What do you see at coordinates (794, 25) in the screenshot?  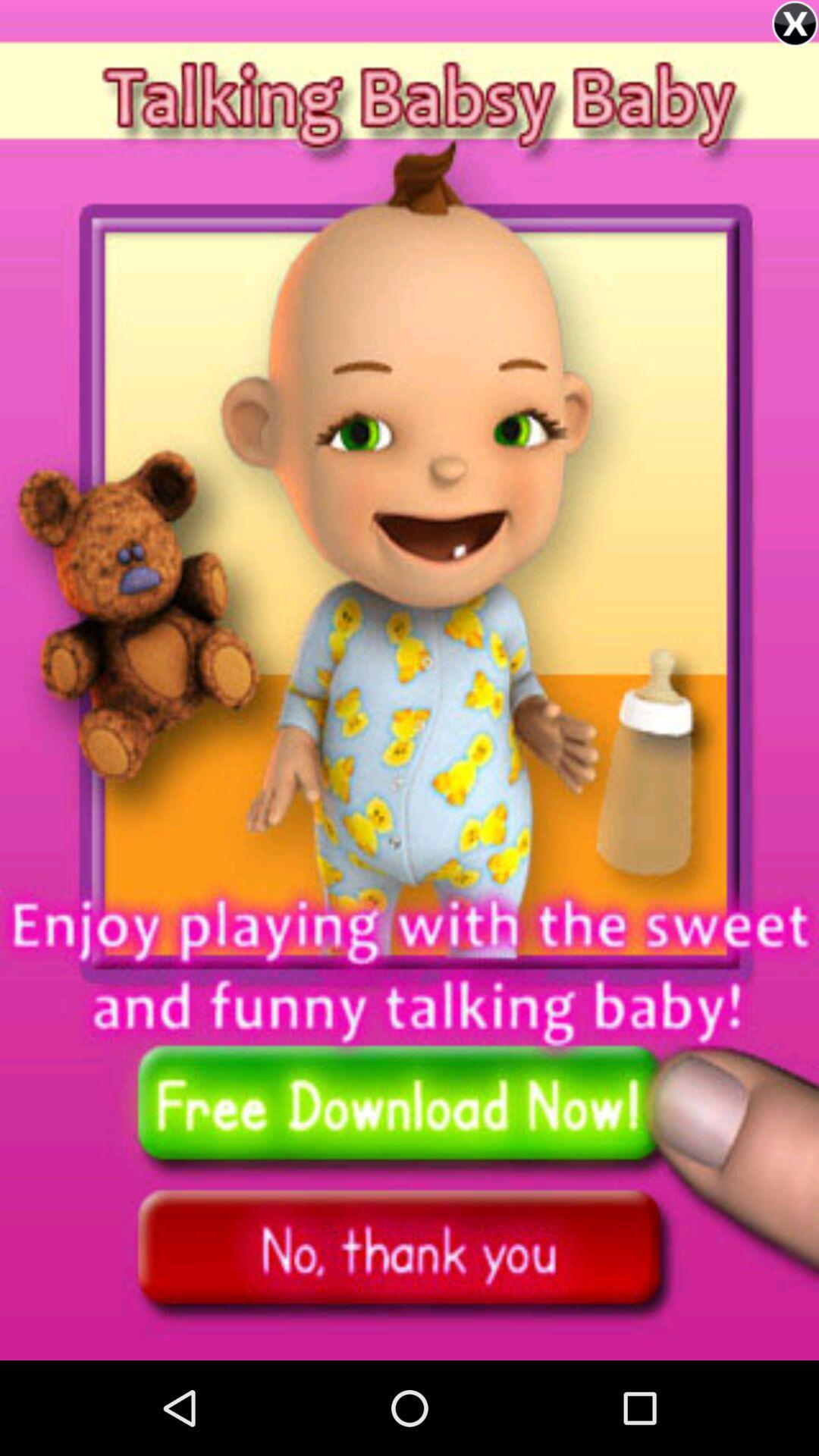 I see `the close icon` at bounding box center [794, 25].